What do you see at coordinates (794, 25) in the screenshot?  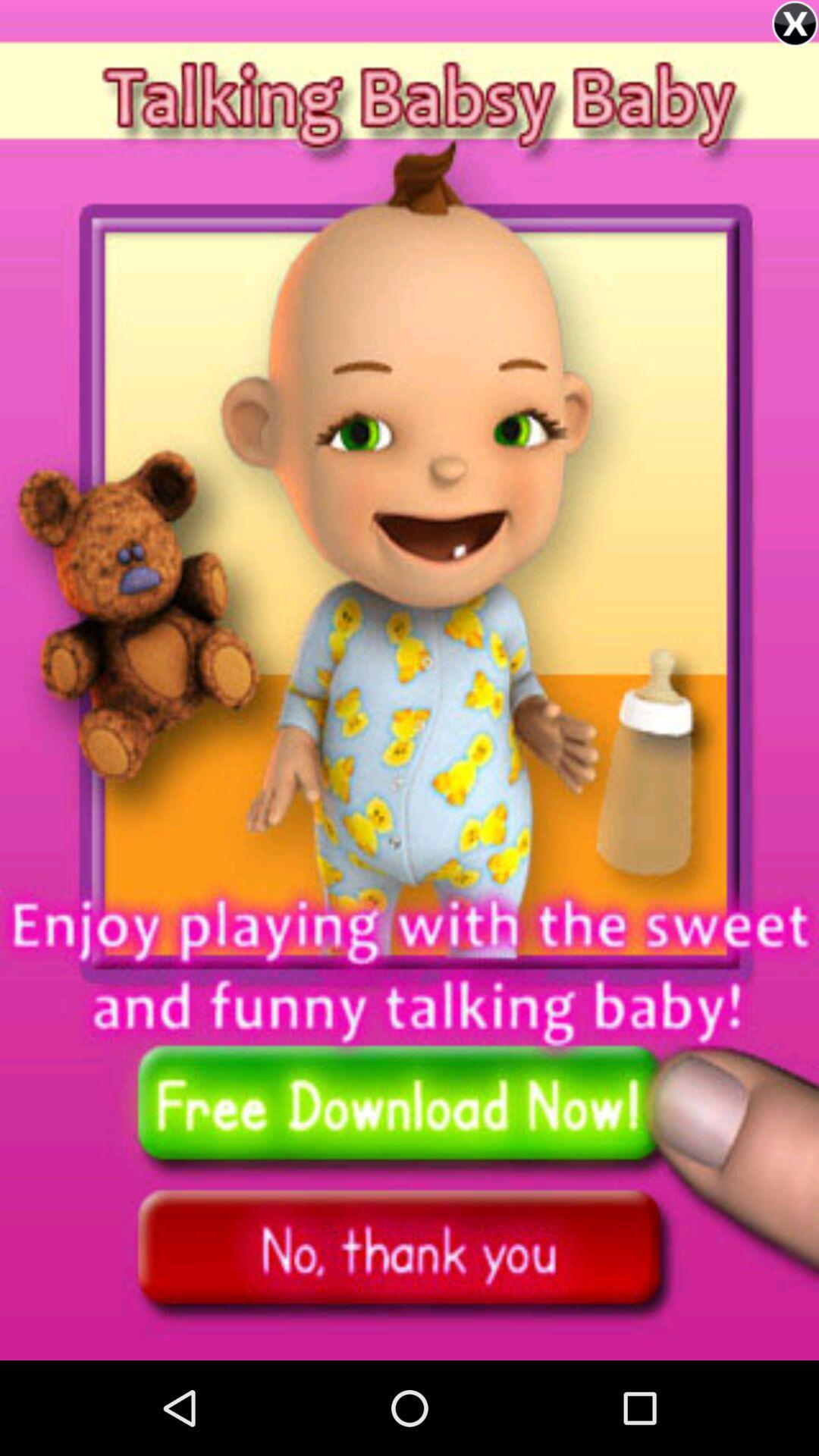 I see `the close icon` at bounding box center [794, 25].